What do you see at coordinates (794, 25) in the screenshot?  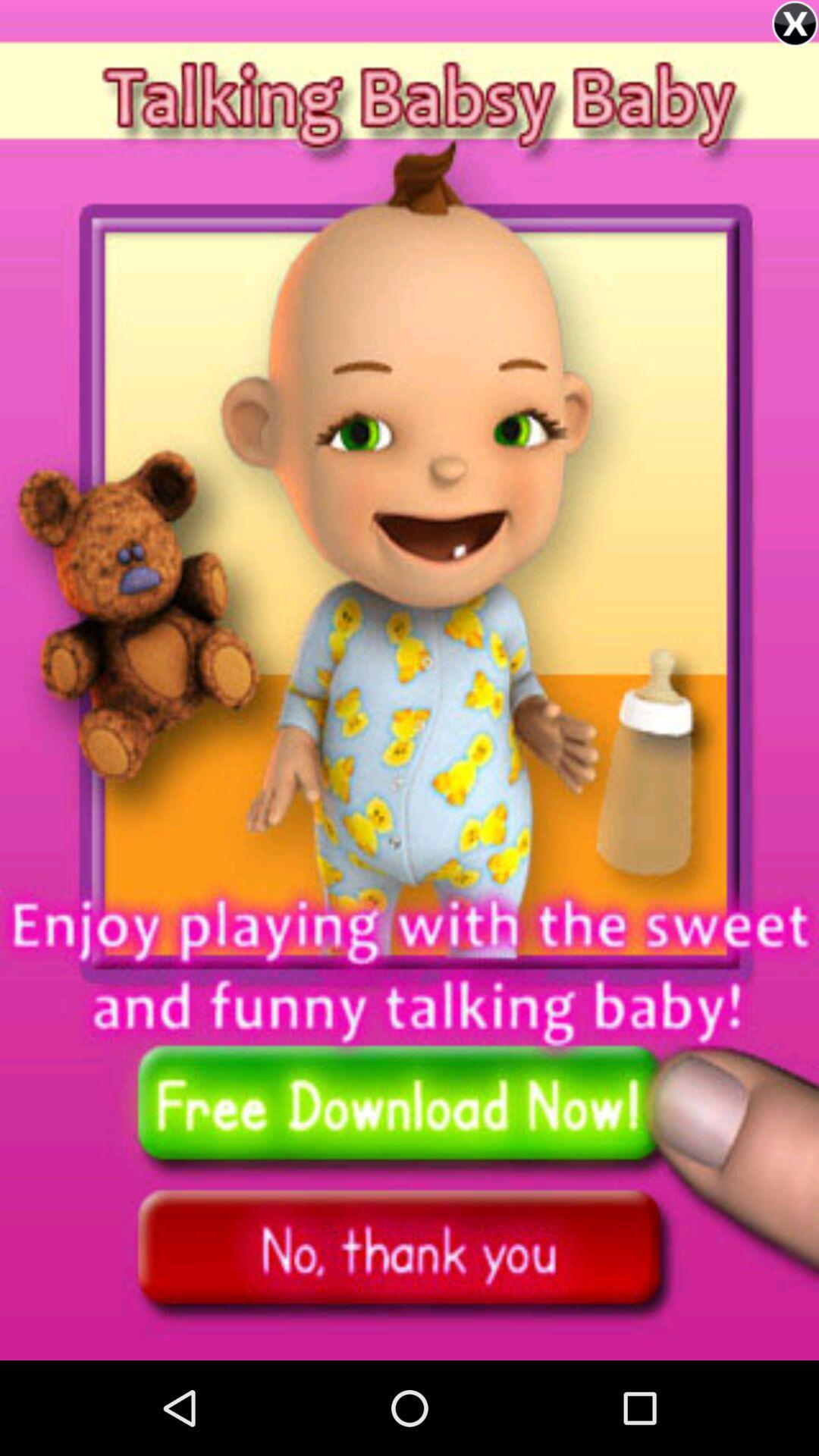 I see `the close icon` at bounding box center [794, 25].